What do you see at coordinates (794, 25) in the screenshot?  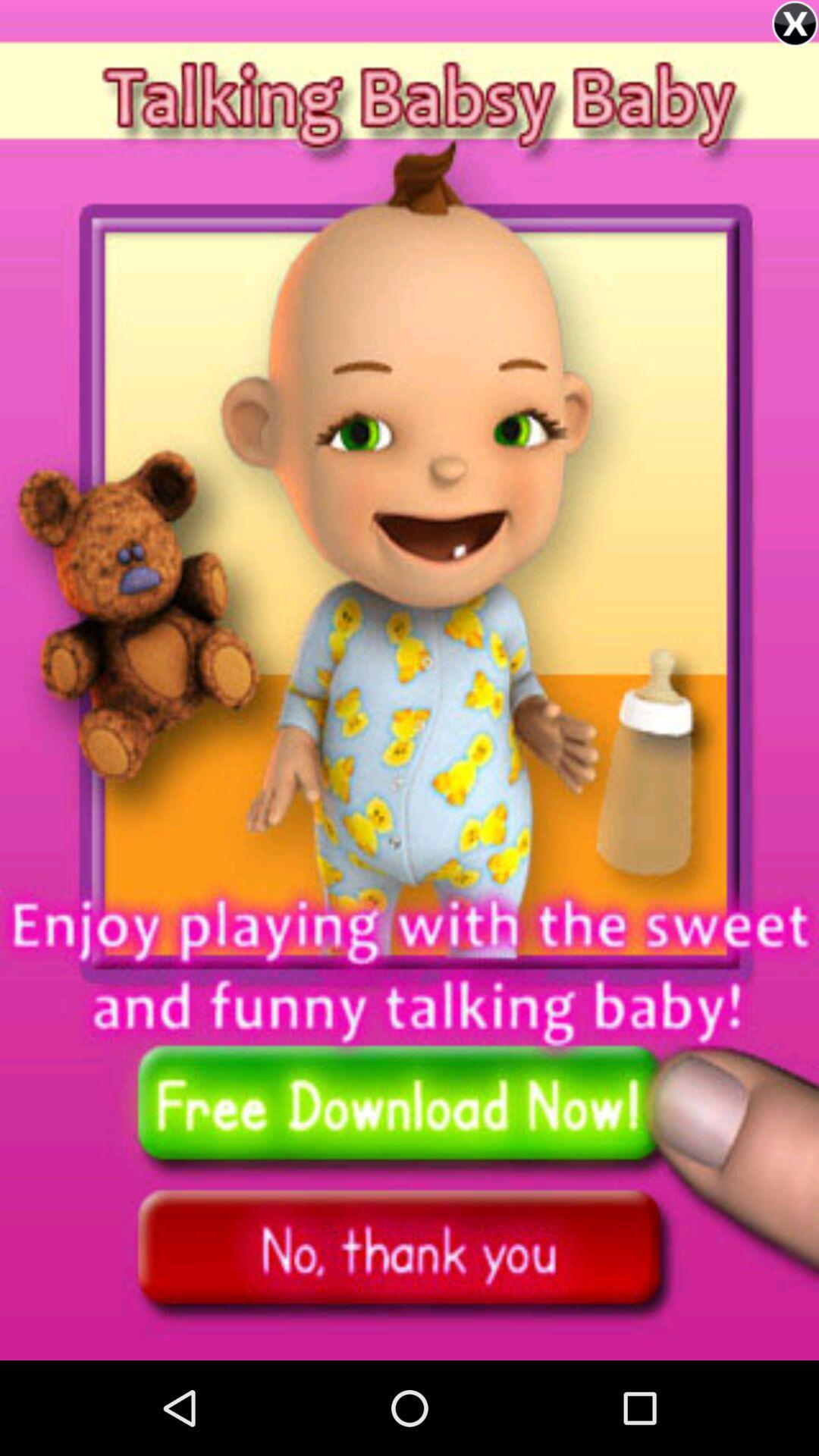 I see `the close icon` at bounding box center [794, 25].